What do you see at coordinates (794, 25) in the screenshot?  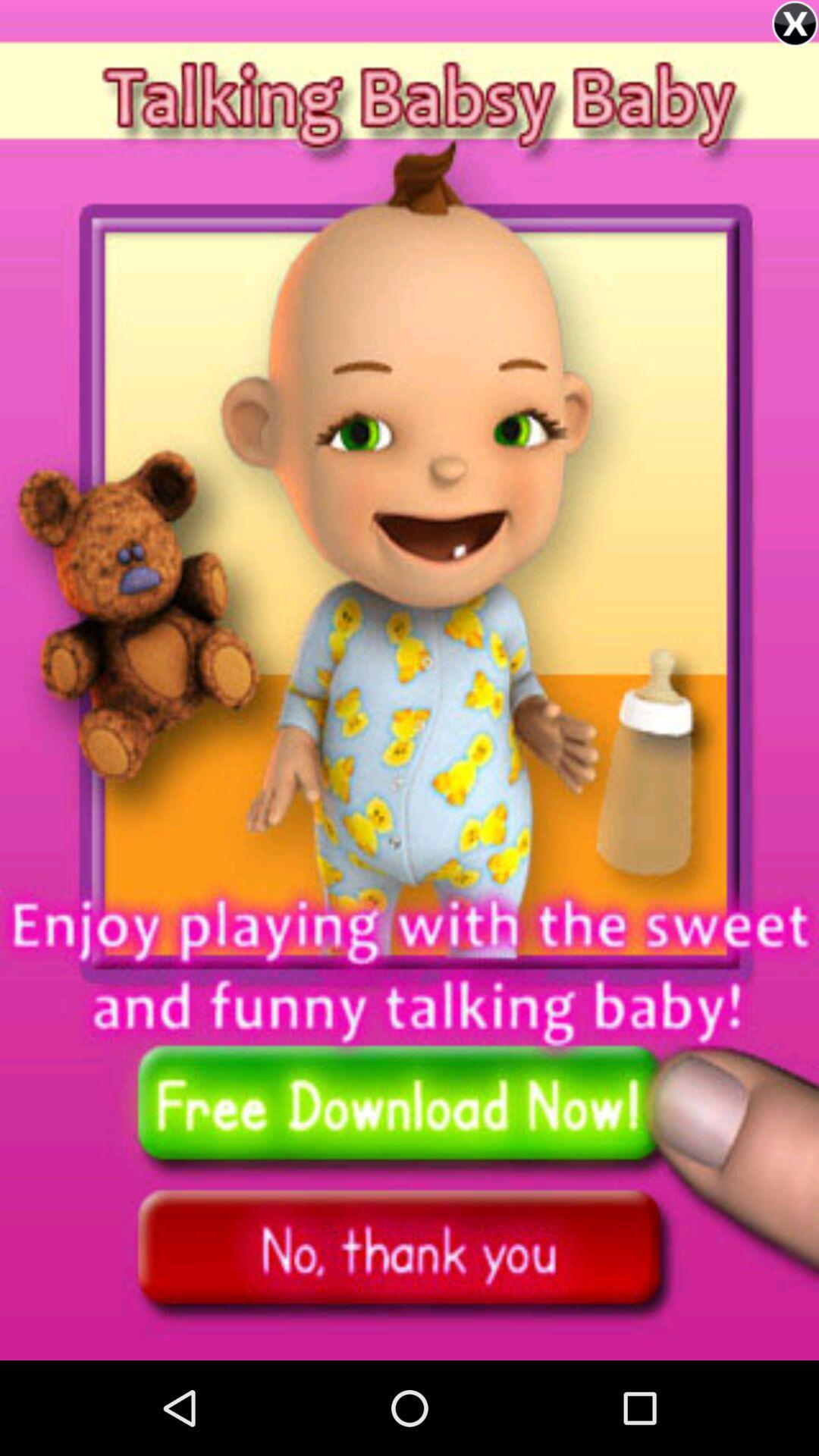 I see `the close icon` at bounding box center [794, 25].